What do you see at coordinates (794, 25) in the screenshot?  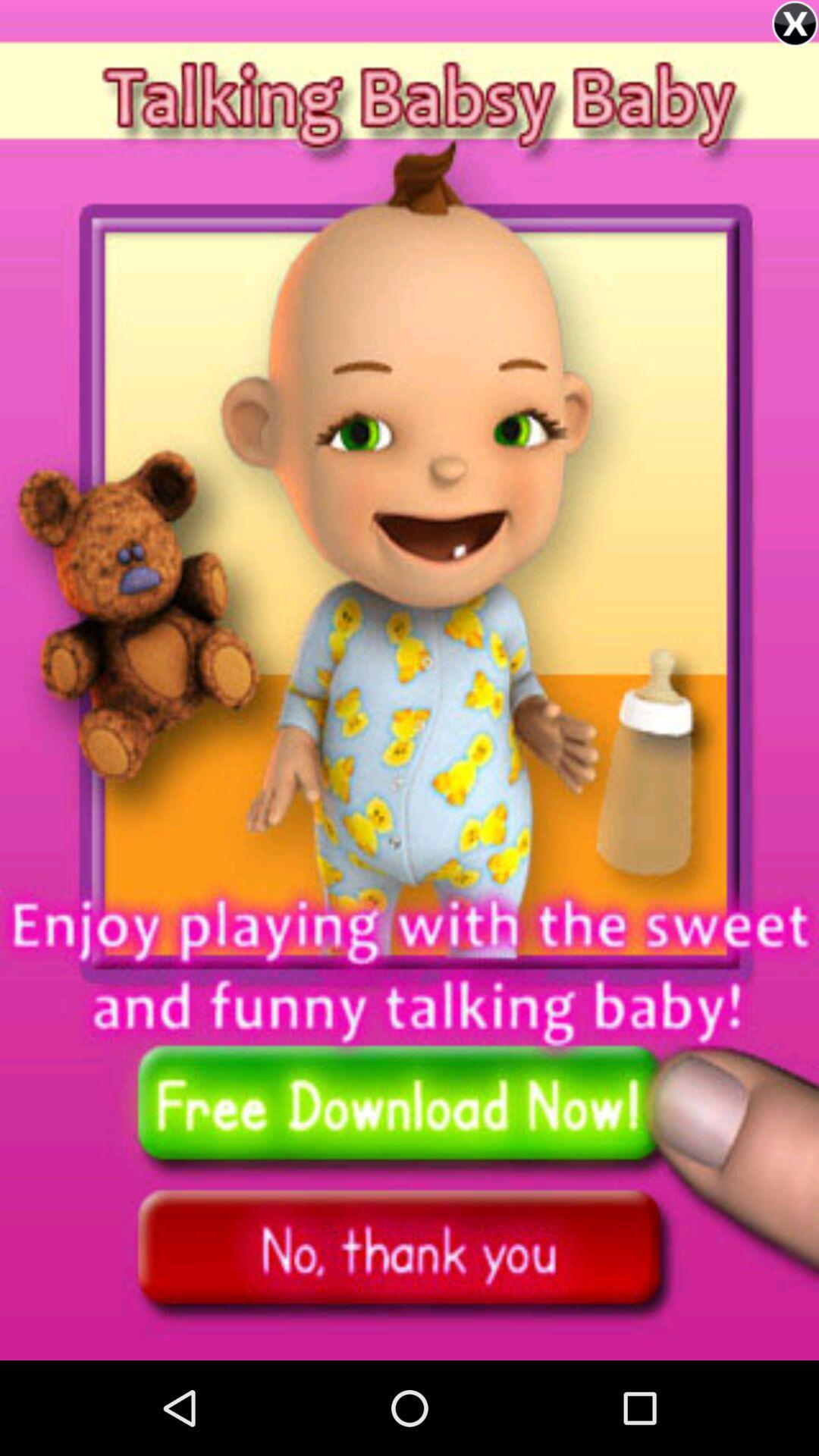 I see `the close icon` at bounding box center [794, 25].